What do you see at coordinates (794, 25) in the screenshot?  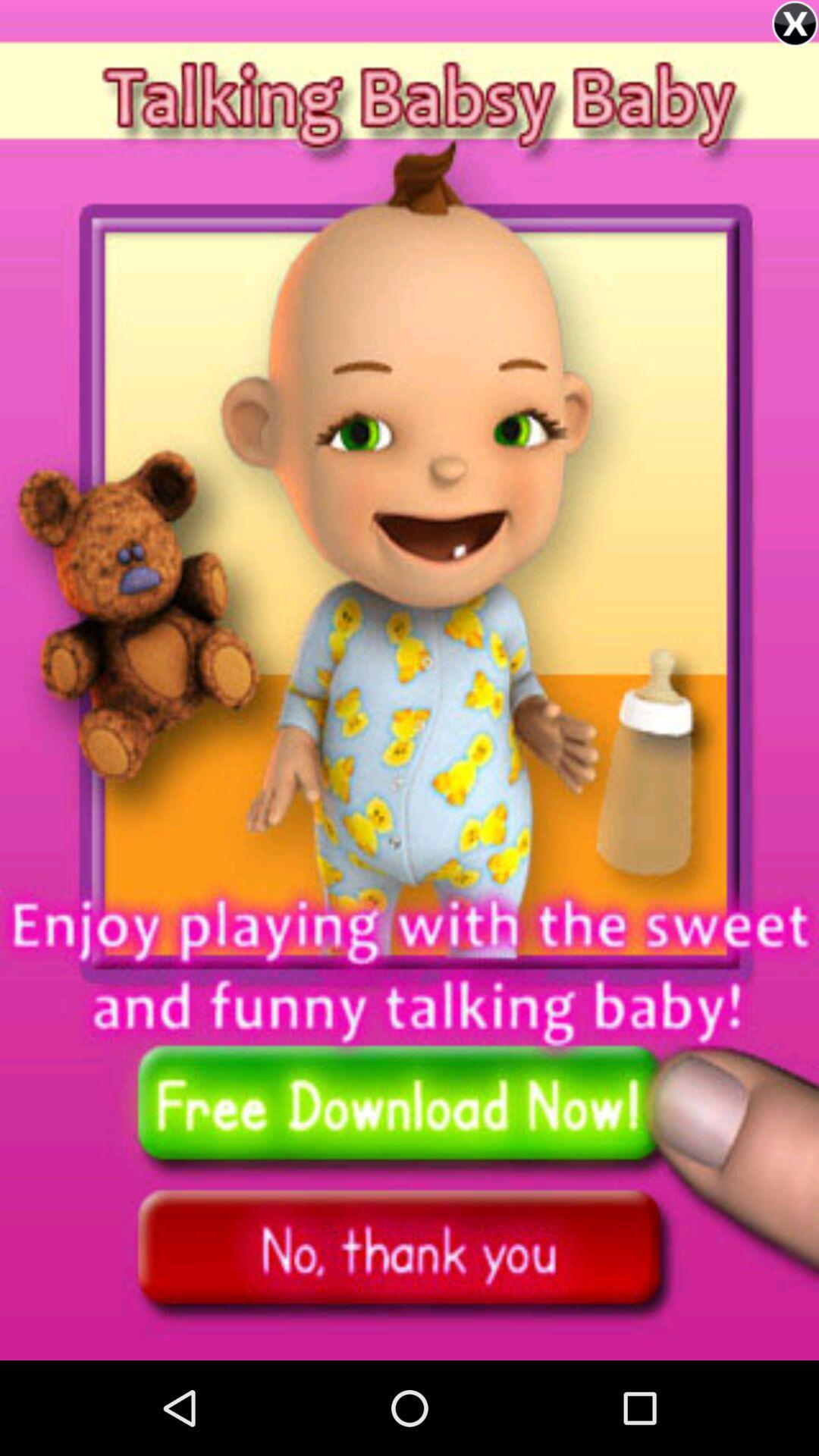 I see `the close icon` at bounding box center [794, 25].